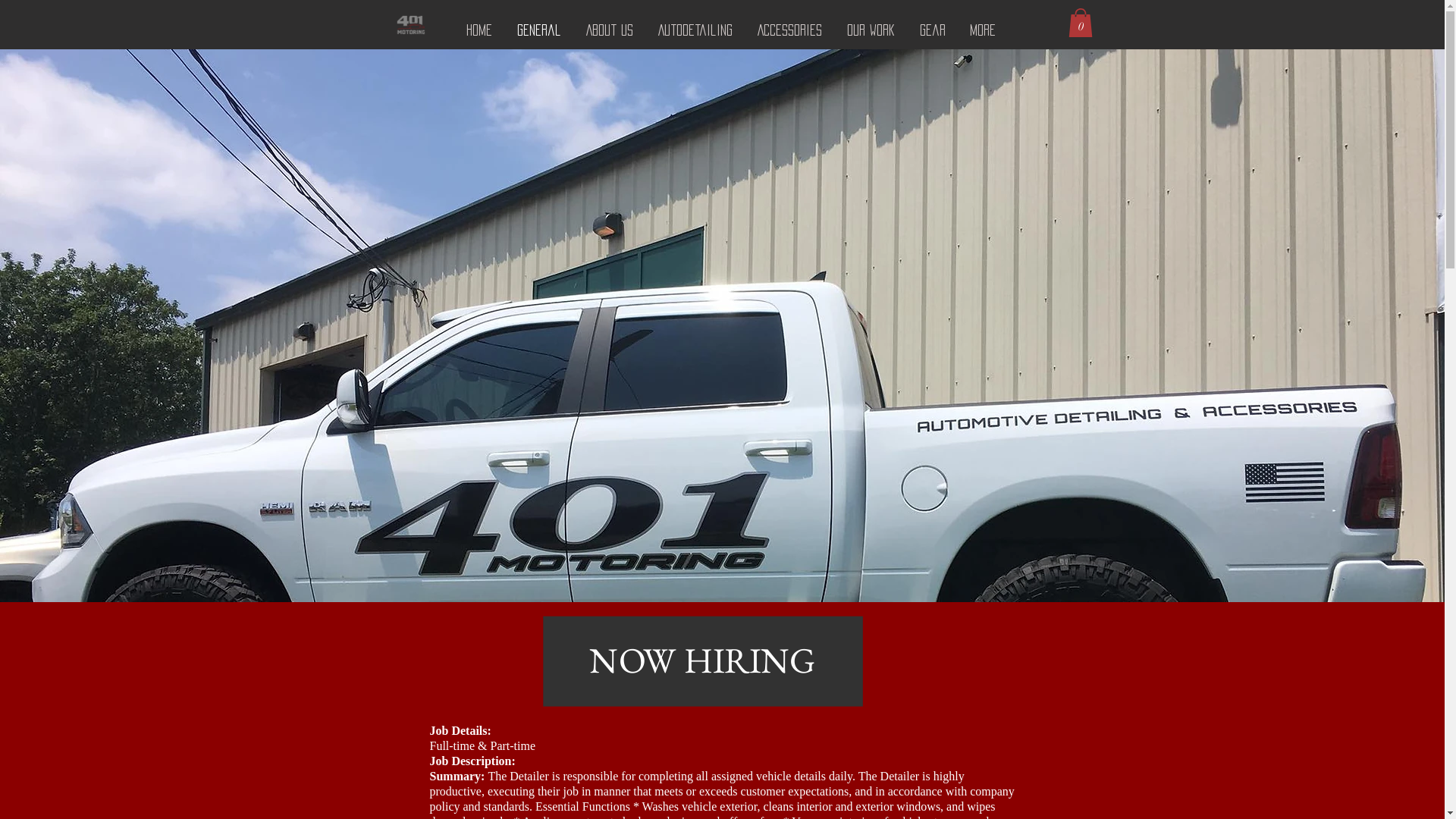 The image size is (1456, 819). What do you see at coordinates (506, 620) in the screenshot?
I see `'NOW HIRING'` at bounding box center [506, 620].